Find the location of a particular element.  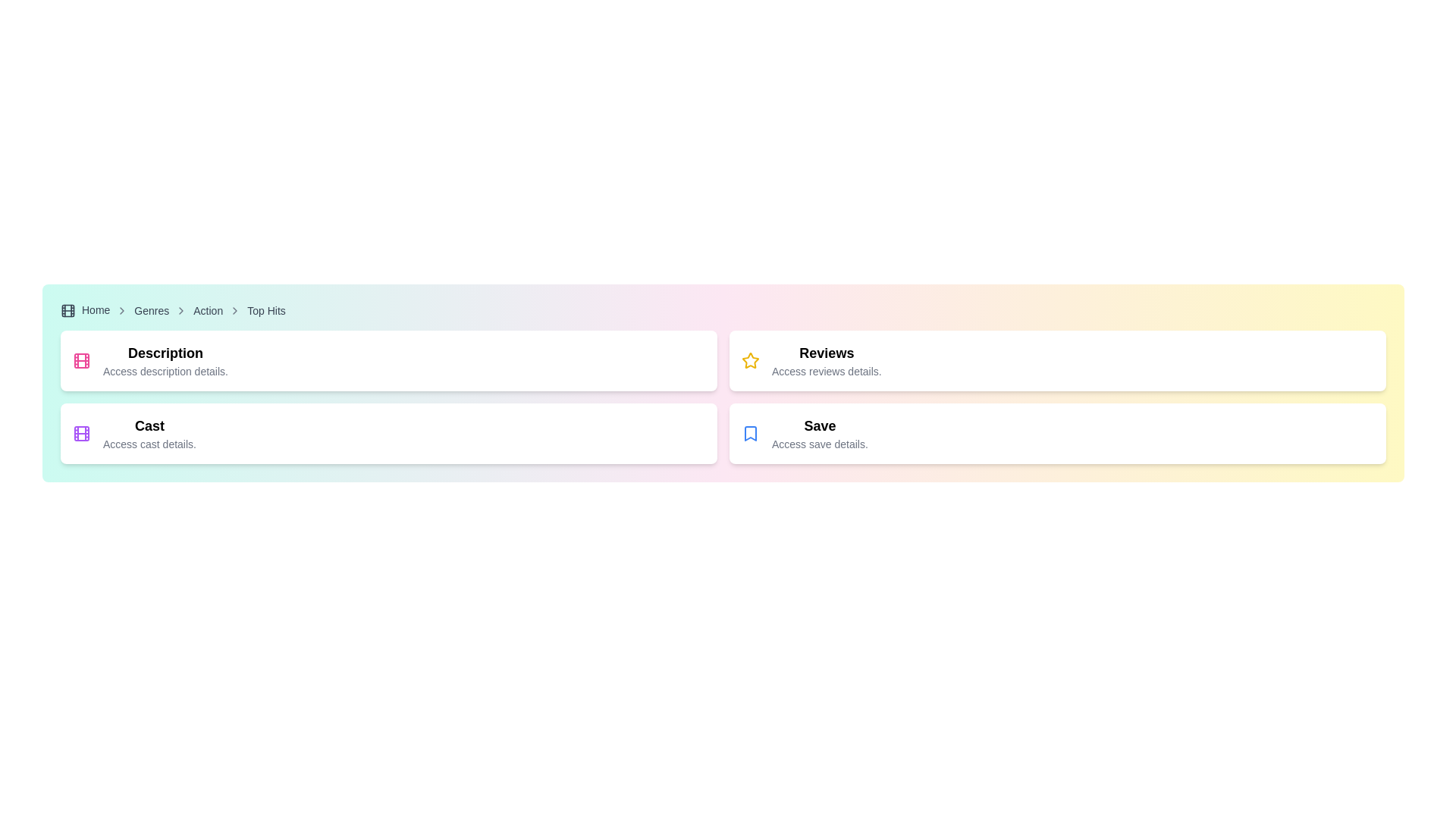

information provided in the Text block with title and subtitle located in the second section on the left side of the interface, directly below the 'Description' section is located at coordinates (149, 434).